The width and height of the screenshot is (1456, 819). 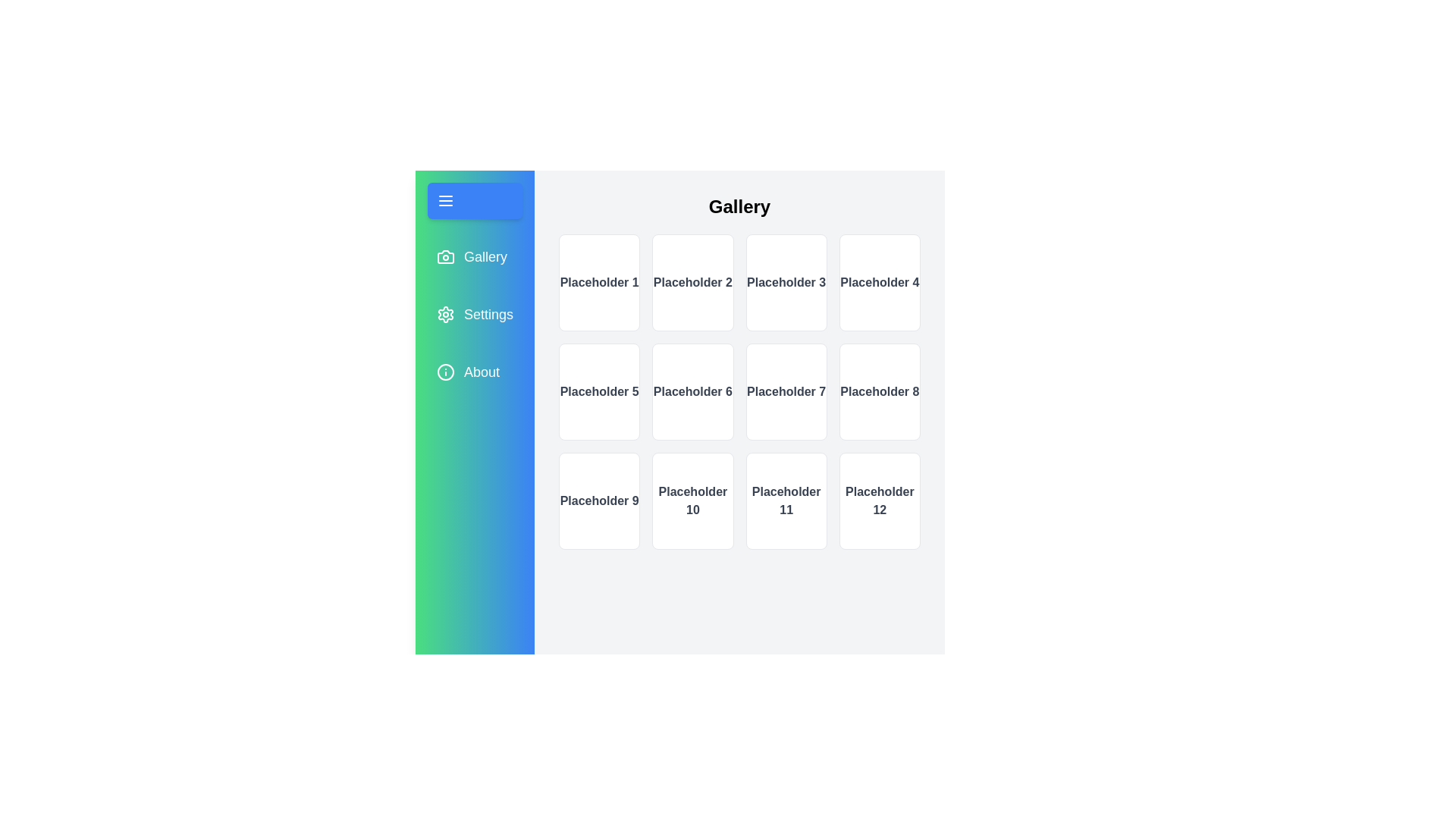 What do you see at coordinates (473, 372) in the screenshot?
I see `the About tab from the sidebar menu` at bounding box center [473, 372].